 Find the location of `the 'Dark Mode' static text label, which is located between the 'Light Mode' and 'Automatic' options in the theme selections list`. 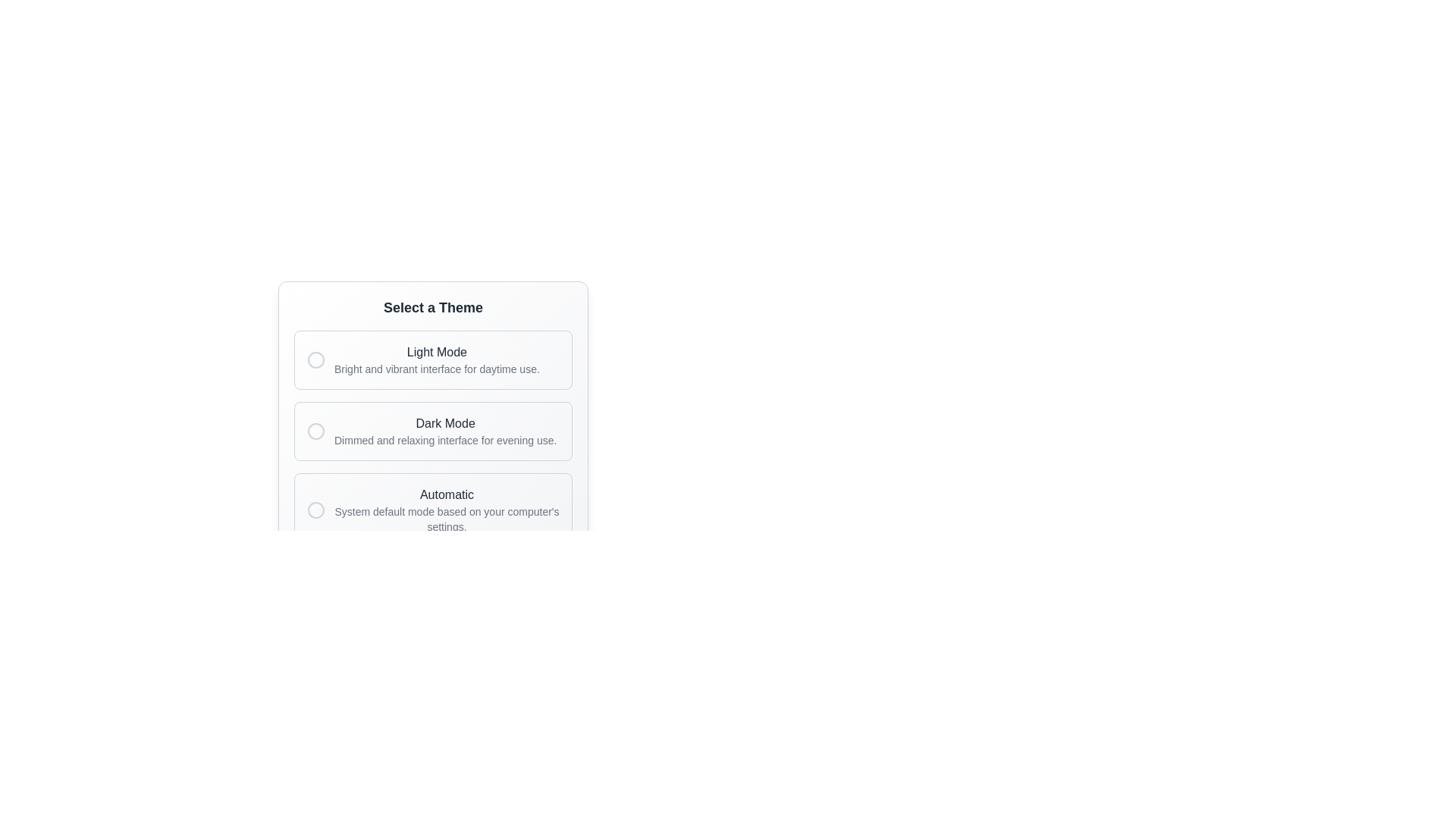

the 'Dark Mode' static text label, which is located between the 'Light Mode' and 'Automatic' options in the theme selections list is located at coordinates (444, 424).